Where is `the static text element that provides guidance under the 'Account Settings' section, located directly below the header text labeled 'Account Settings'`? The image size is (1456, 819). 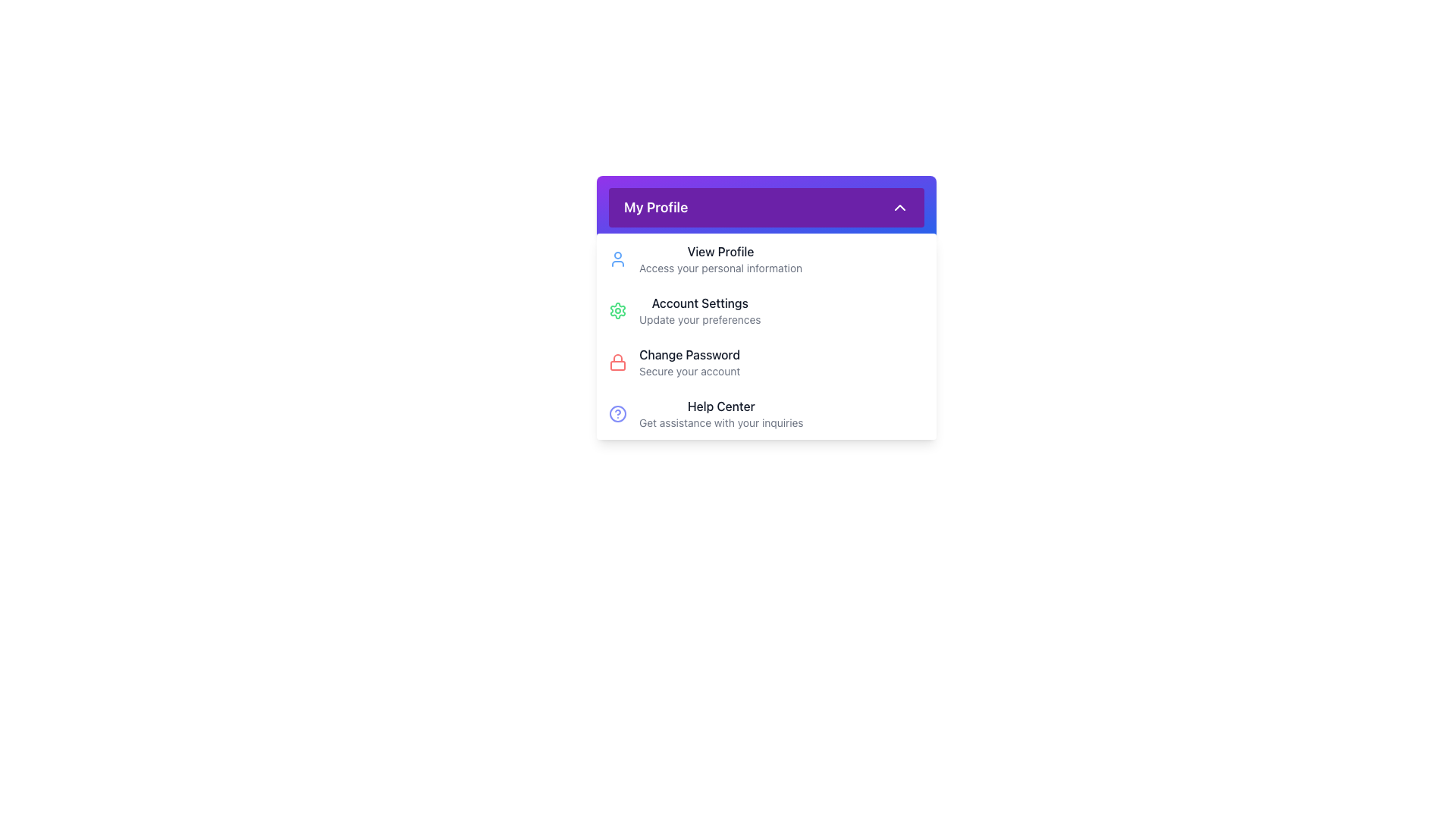
the static text element that provides guidance under the 'Account Settings' section, located directly below the header text labeled 'Account Settings' is located at coordinates (699, 318).